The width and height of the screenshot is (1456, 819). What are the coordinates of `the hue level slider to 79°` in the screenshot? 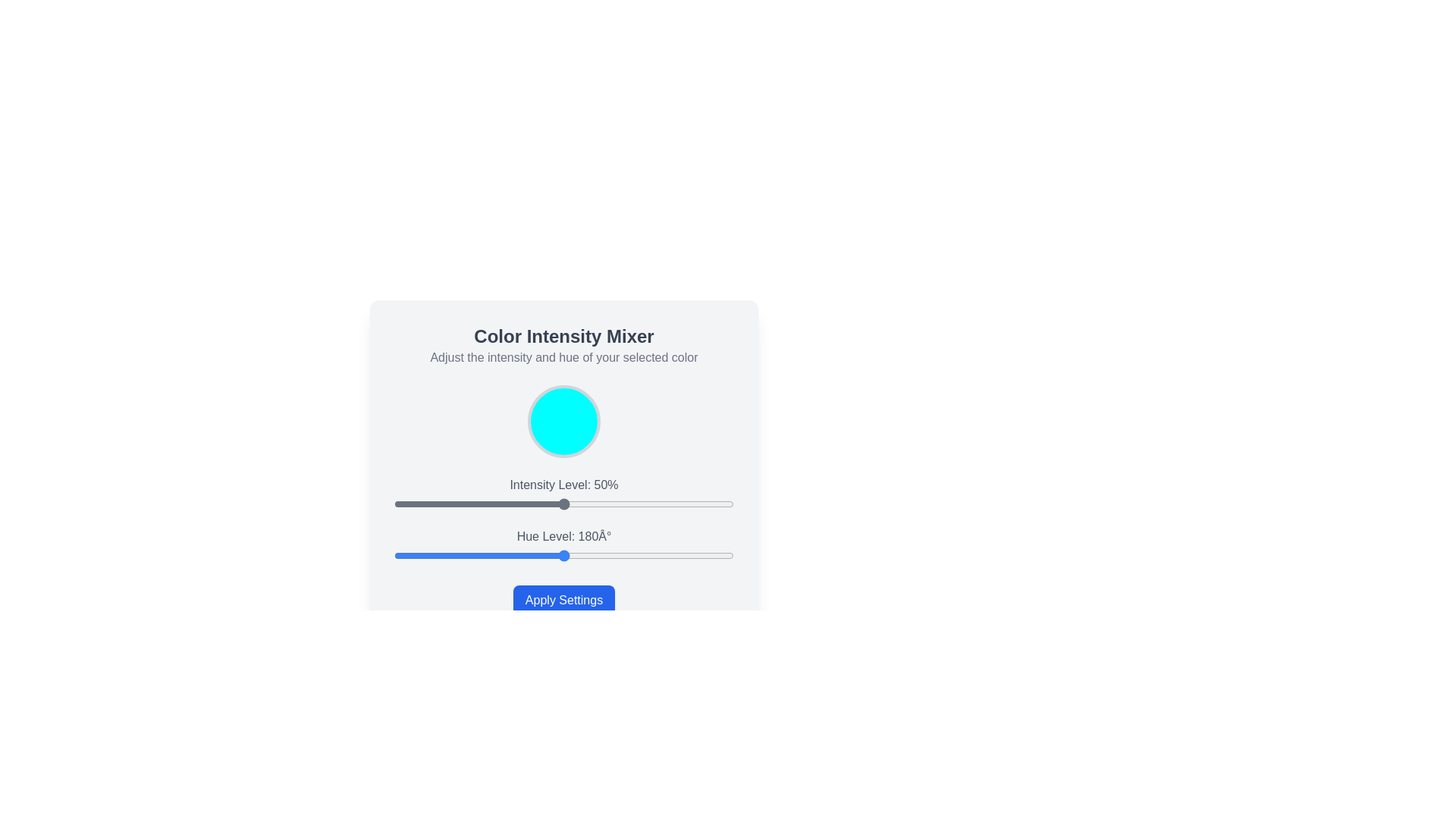 It's located at (468, 555).